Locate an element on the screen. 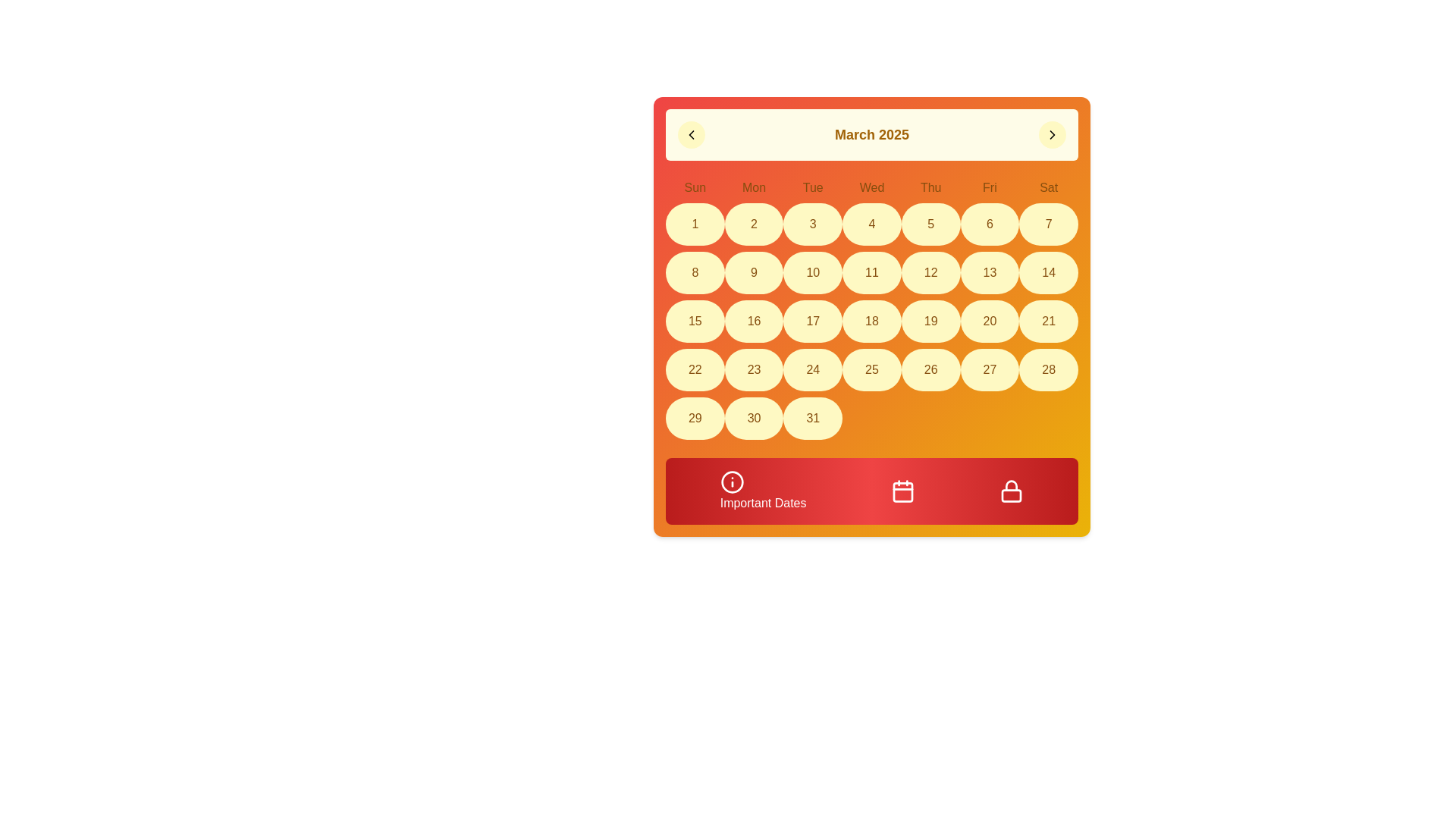 The width and height of the screenshot is (1456, 819). the circular button labeled '25' located in the sixth row and fourth column of the calendar grid by moving the cursor to it is located at coordinates (872, 370).